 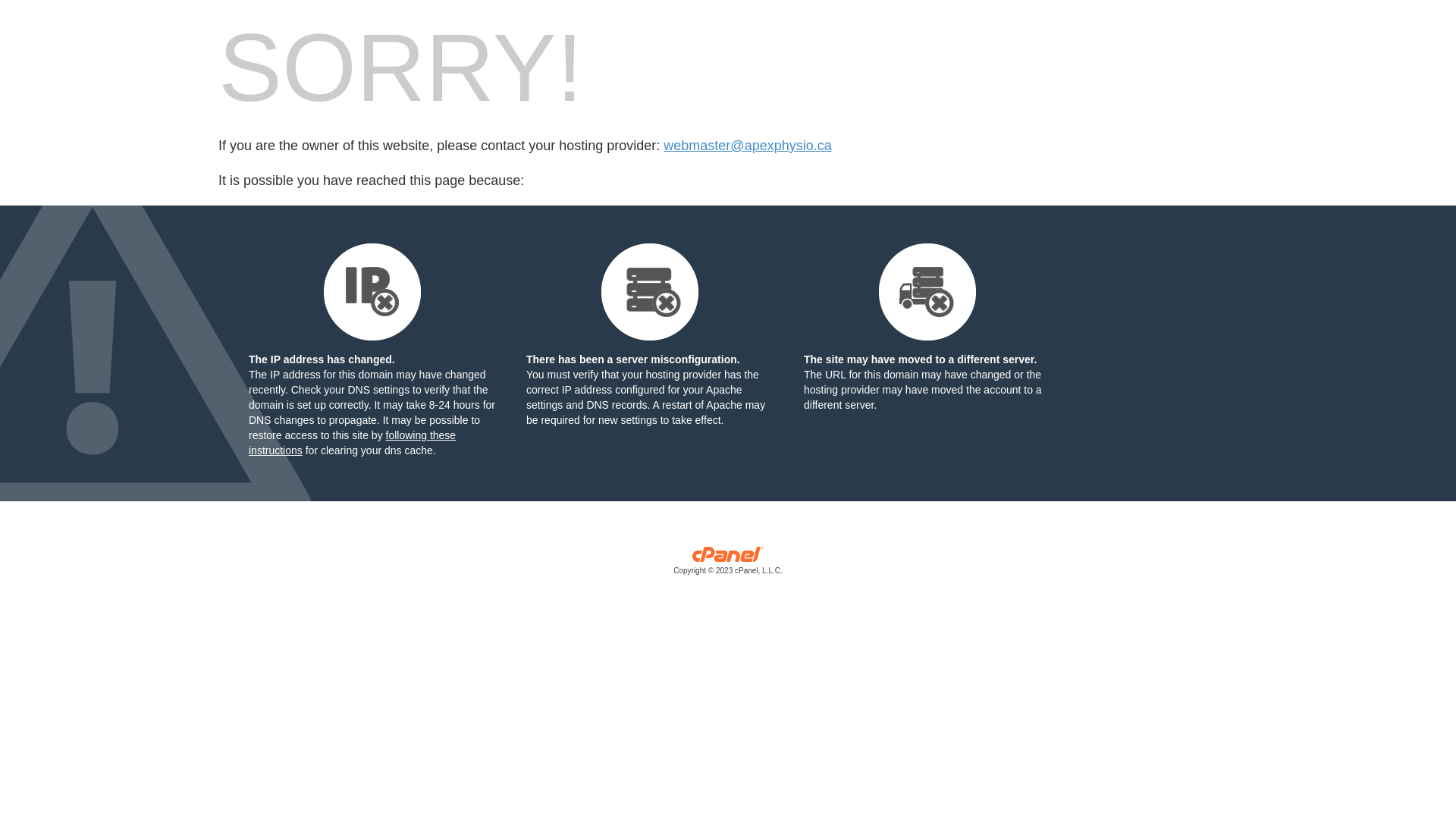 What do you see at coordinates (351, 442) in the screenshot?
I see `'following these instructions'` at bounding box center [351, 442].